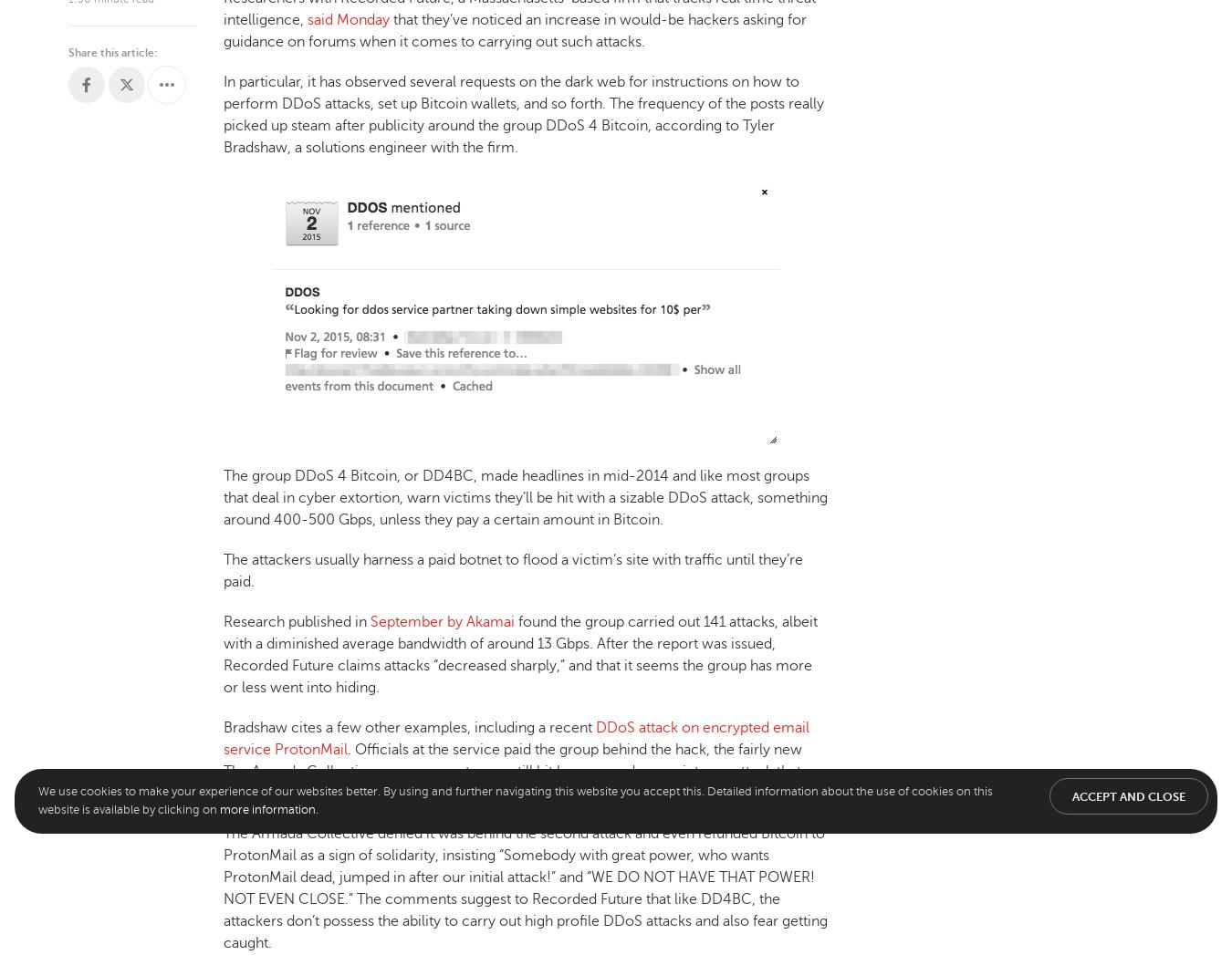 Image resolution: width=1232 pixels, height=976 pixels. What do you see at coordinates (520, 653) in the screenshot?
I see `'found the group carried out 141 attacks, albeit with a diminished average bandwidth of around 13 Gbps. After the report was issued, Recorded Future claims attacks “decreased sharply,” and that it seems the group has more or less went into hiding.'` at bounding box center [520, 653].